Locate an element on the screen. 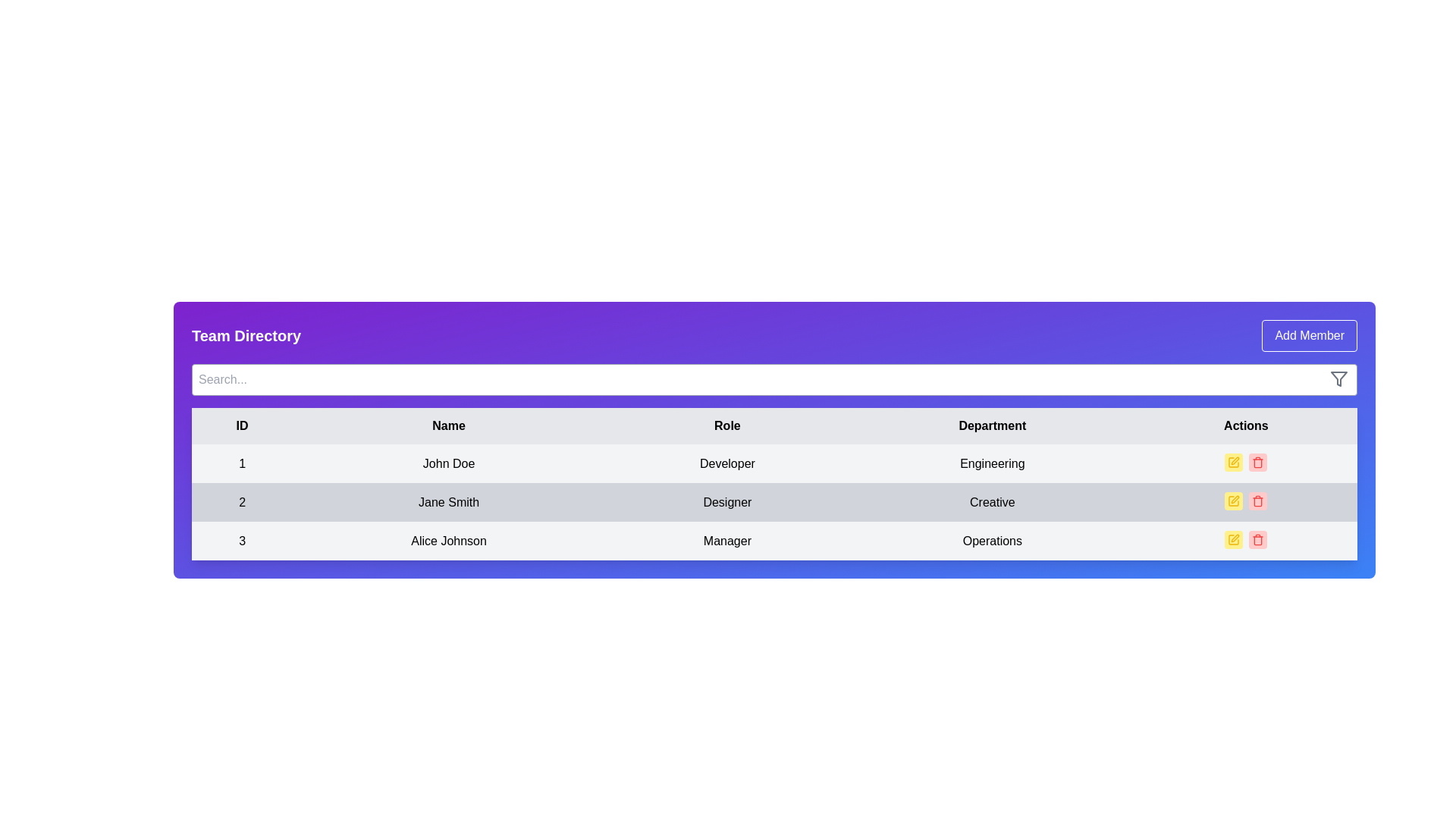 Image resolution: width=1456 pixels, height=819 pixels. the red trash can icon located in the 'Actions' column of the 'Operations' row is located at coordinates (1258, 539).